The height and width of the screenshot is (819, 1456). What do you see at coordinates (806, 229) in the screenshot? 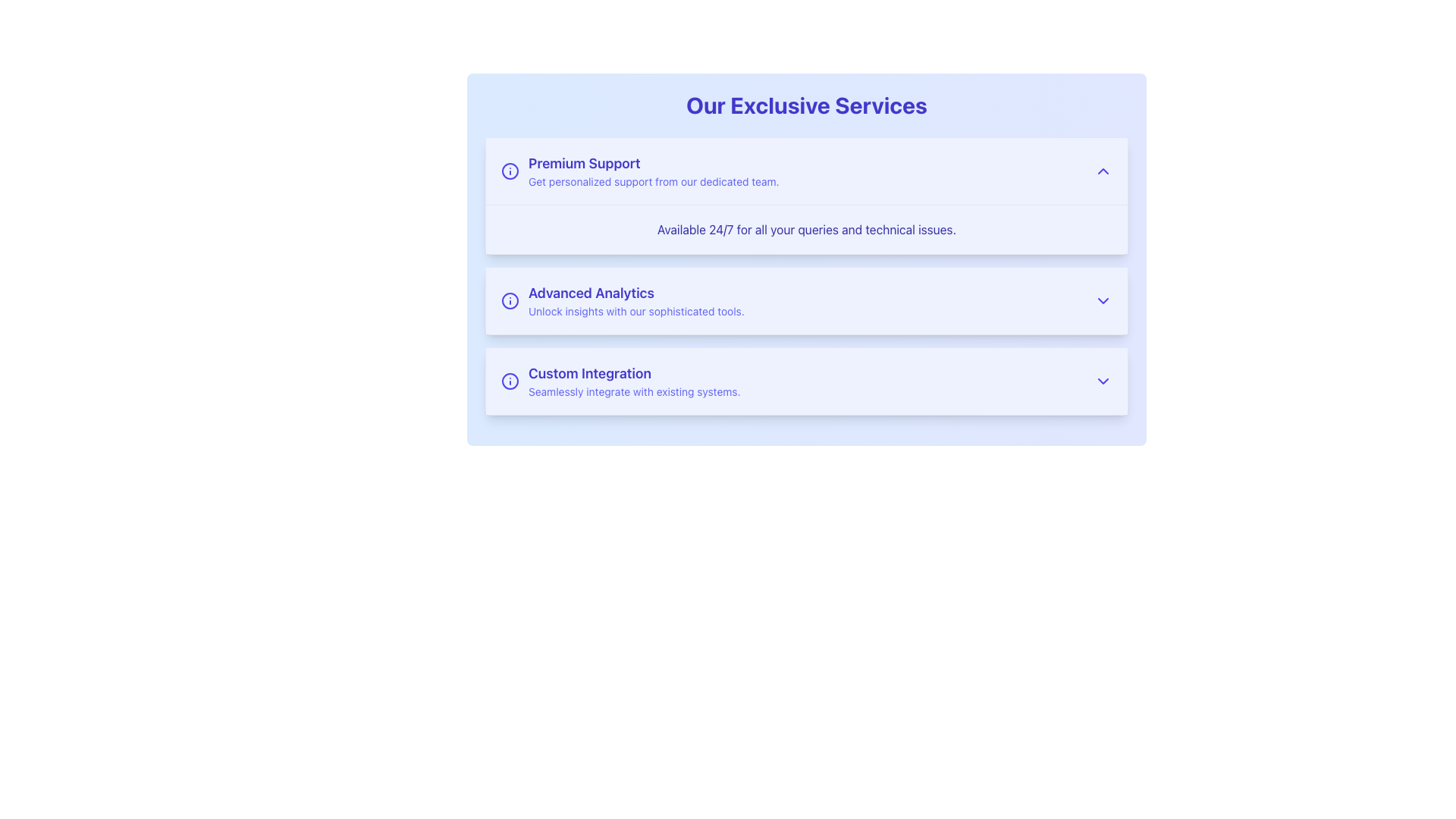
I see `the informational text label located within the 'Premium Support' section, just below the heading and subtext` at bounding box center [806, 229].